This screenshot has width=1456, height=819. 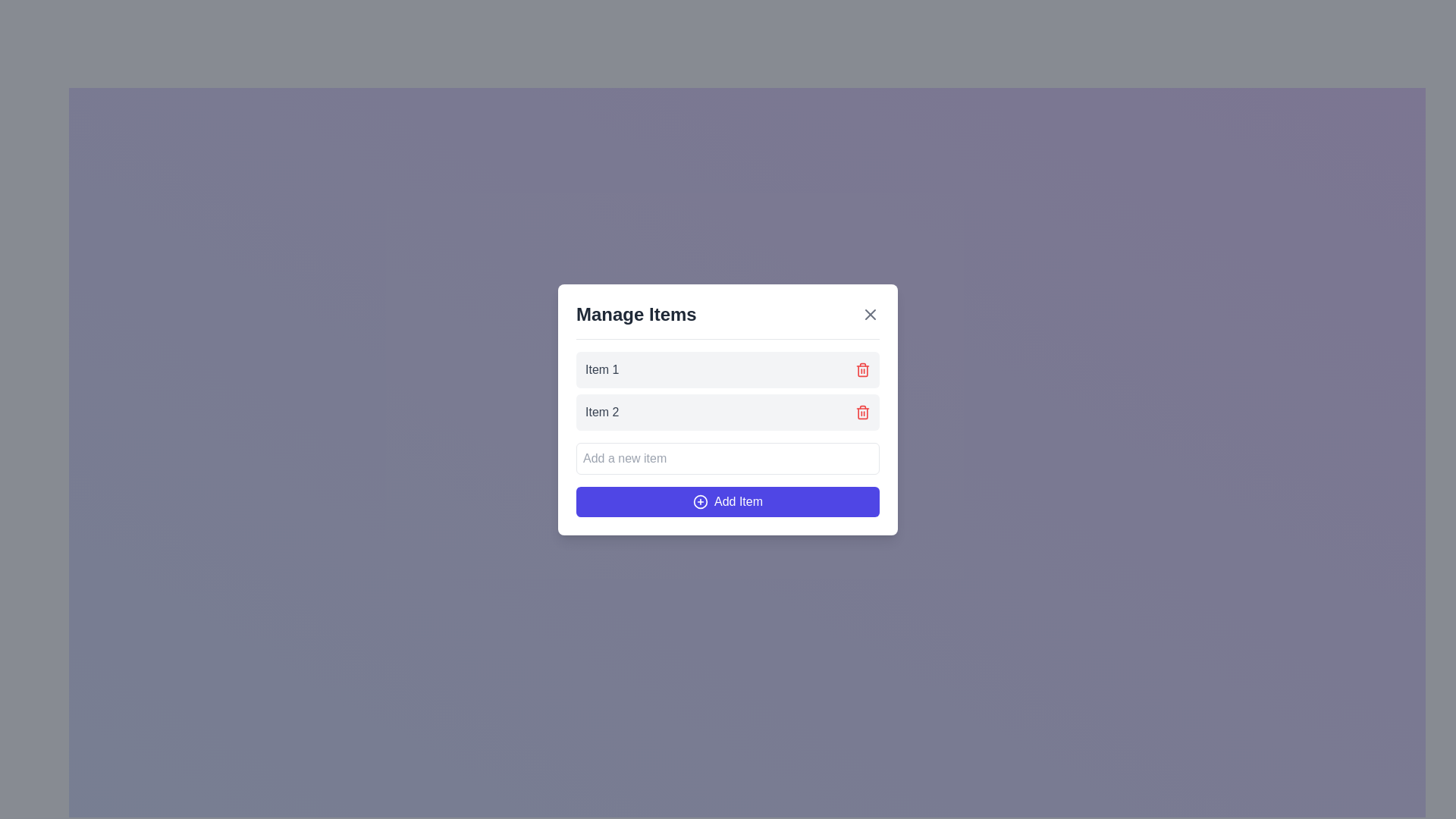 I want to click on the decorative icon located at the center of the 'Add Item' button in the bottom-right corner of the 'Manage Items' modal dialog, so click(x=699, y=501).